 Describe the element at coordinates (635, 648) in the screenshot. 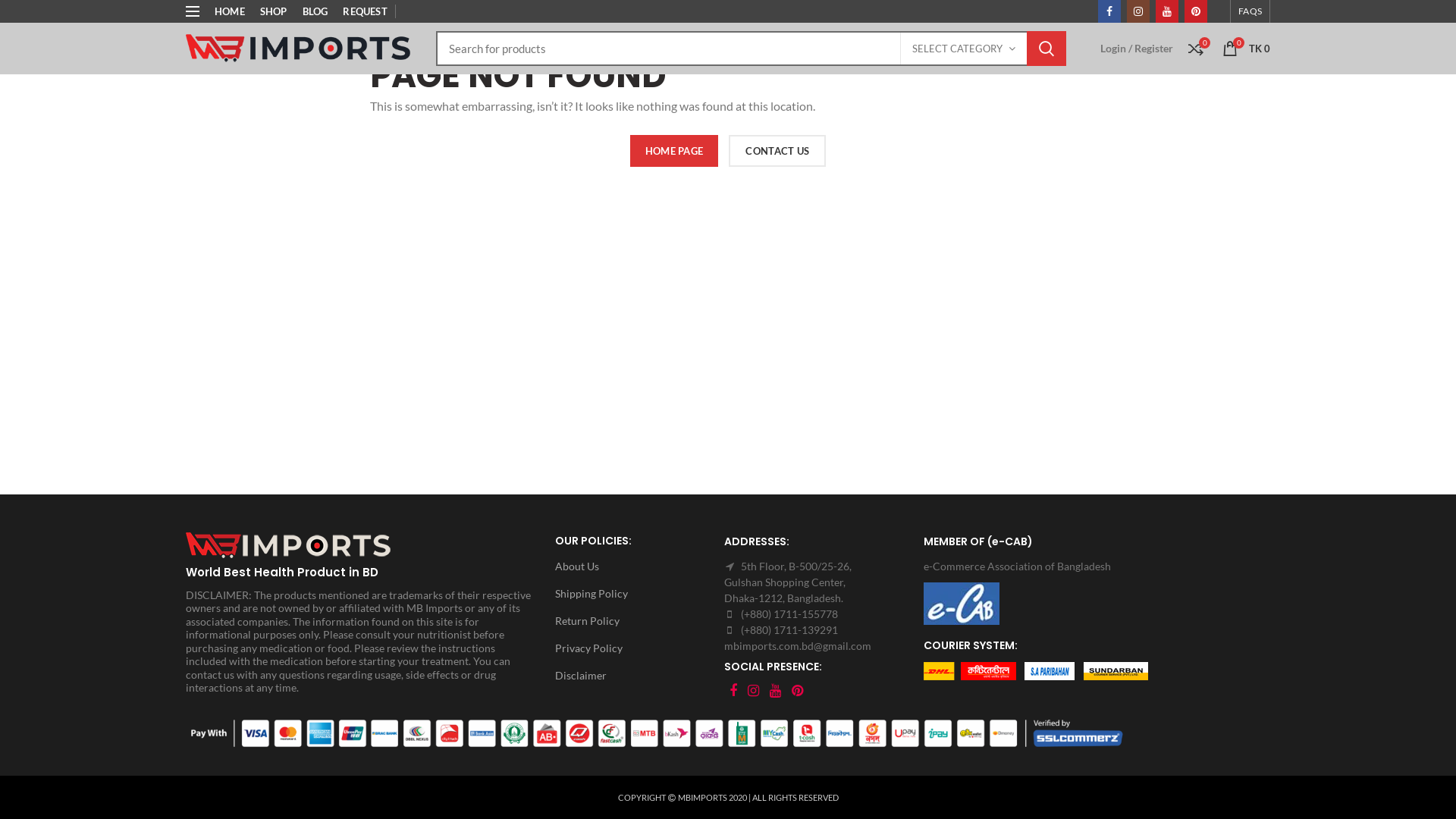

I see `'Privacy Policy'` at that location.